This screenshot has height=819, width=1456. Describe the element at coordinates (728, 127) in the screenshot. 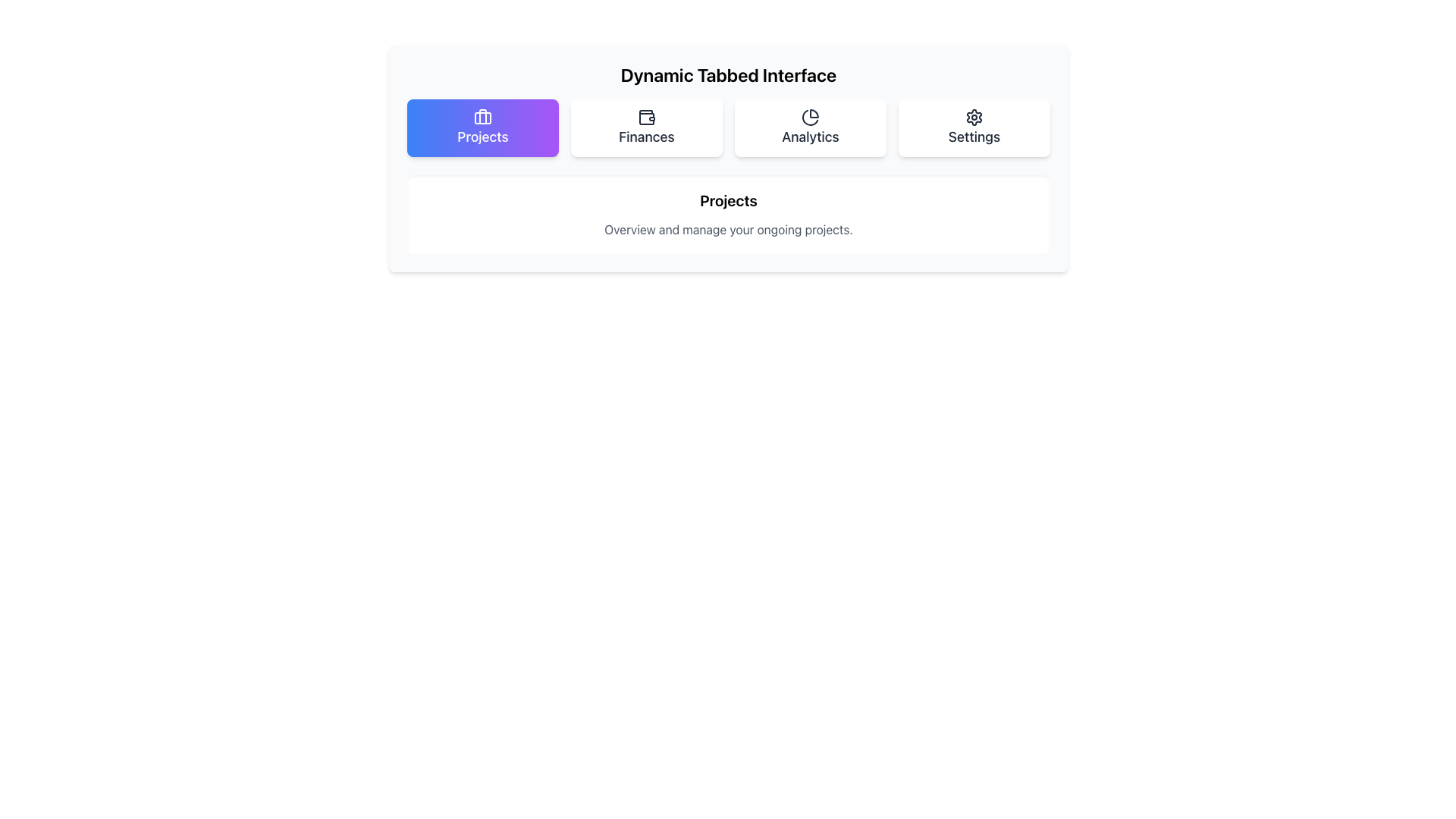

I see `the individual tabs of the Tab Navigation Bar` at that location.